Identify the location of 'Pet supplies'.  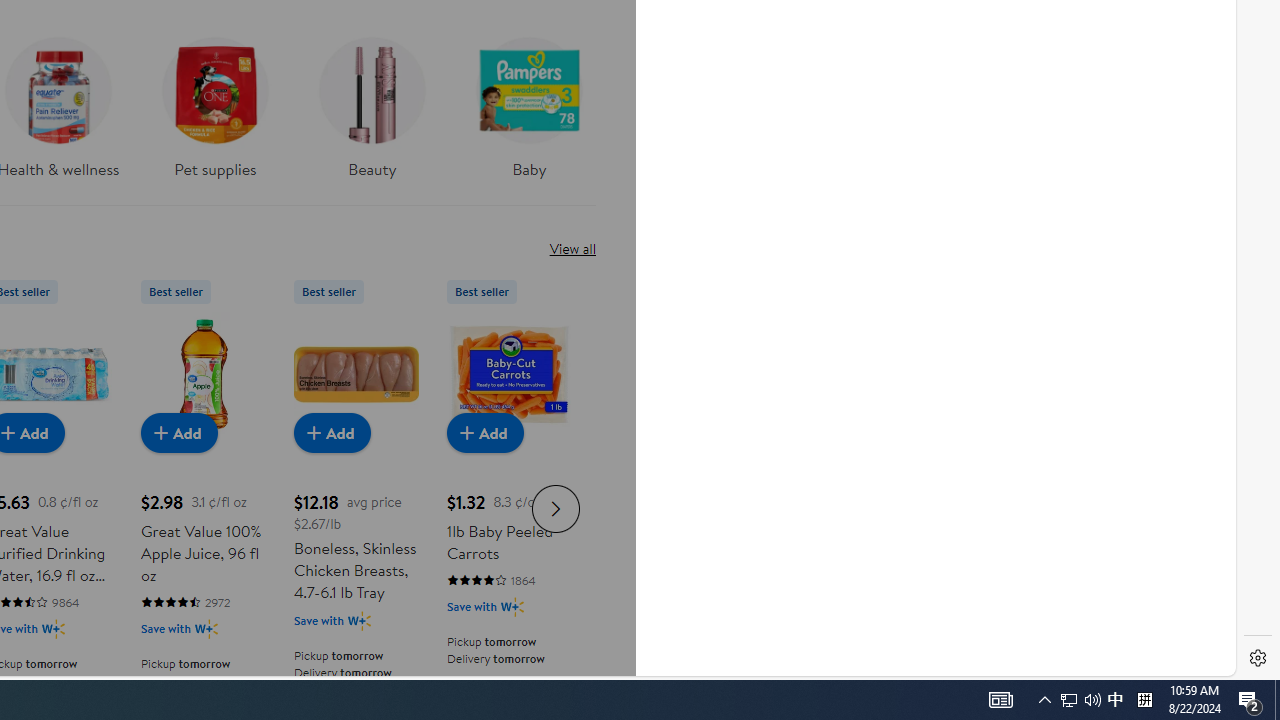
(215, 101).